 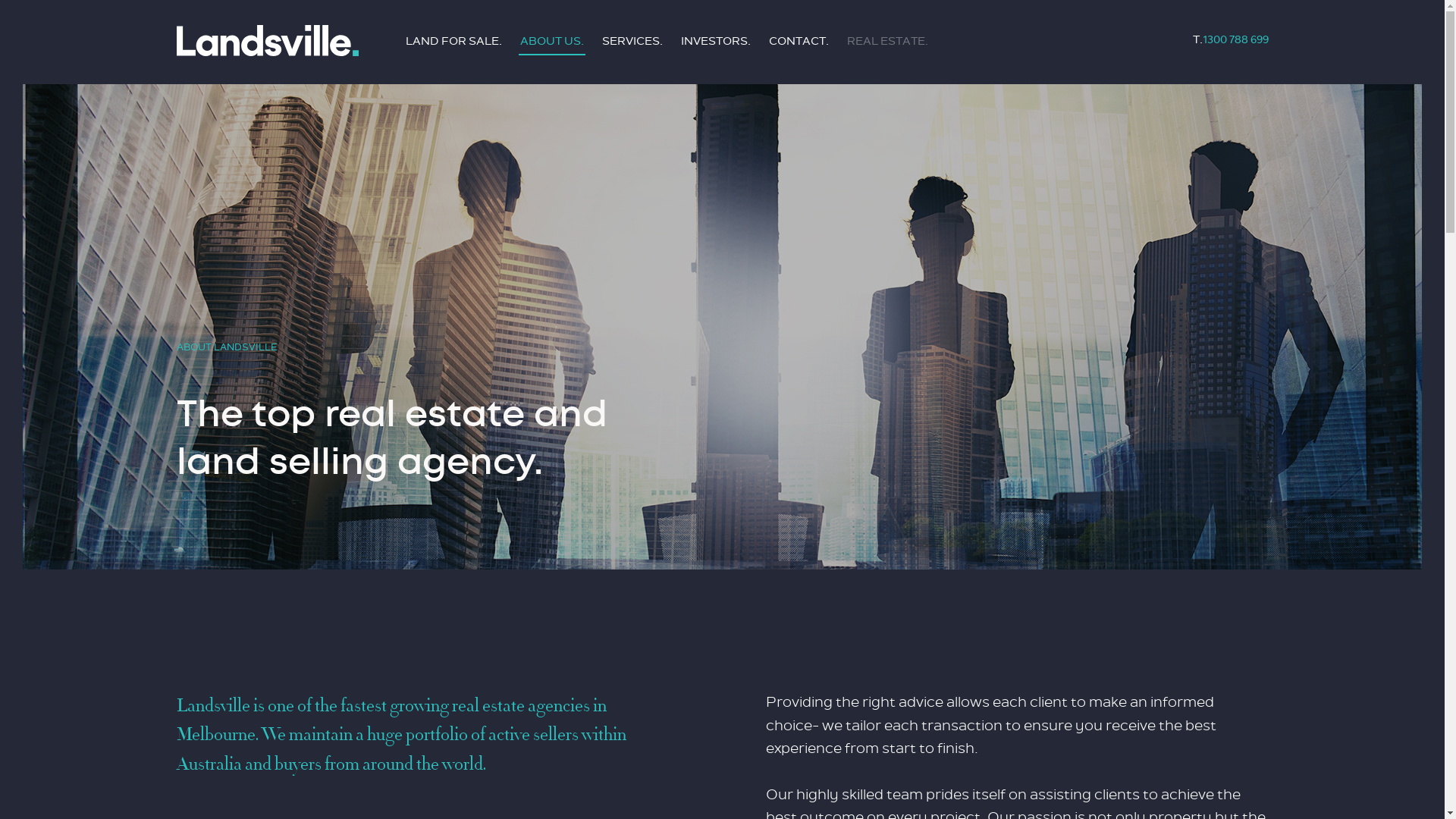 What do you see at coordinates (886, 40) in the screenshot?
I see `'REAL ESTATE.'` at bounding box center [886, 40].